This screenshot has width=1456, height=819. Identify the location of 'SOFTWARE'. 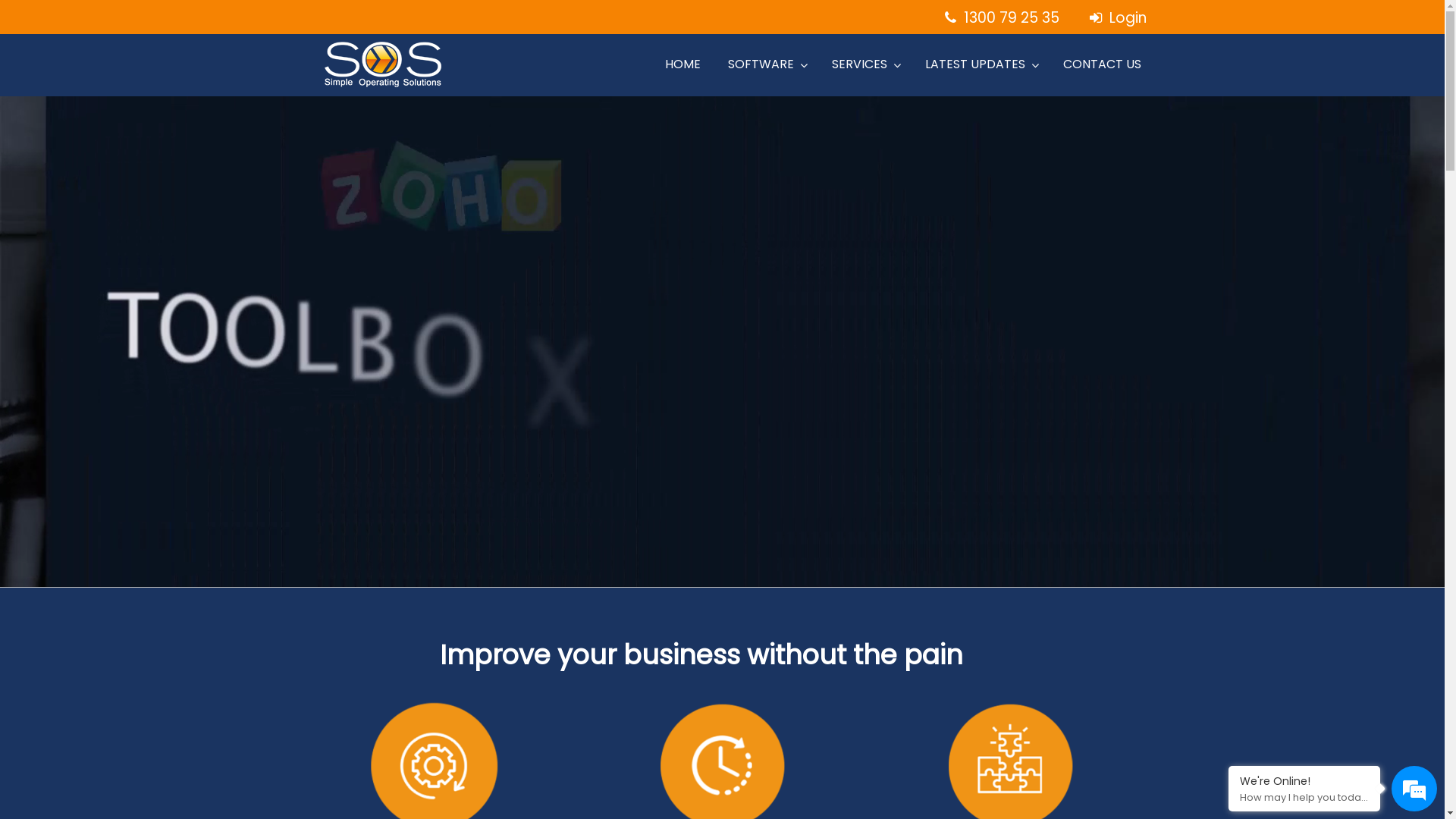
(766, 63).